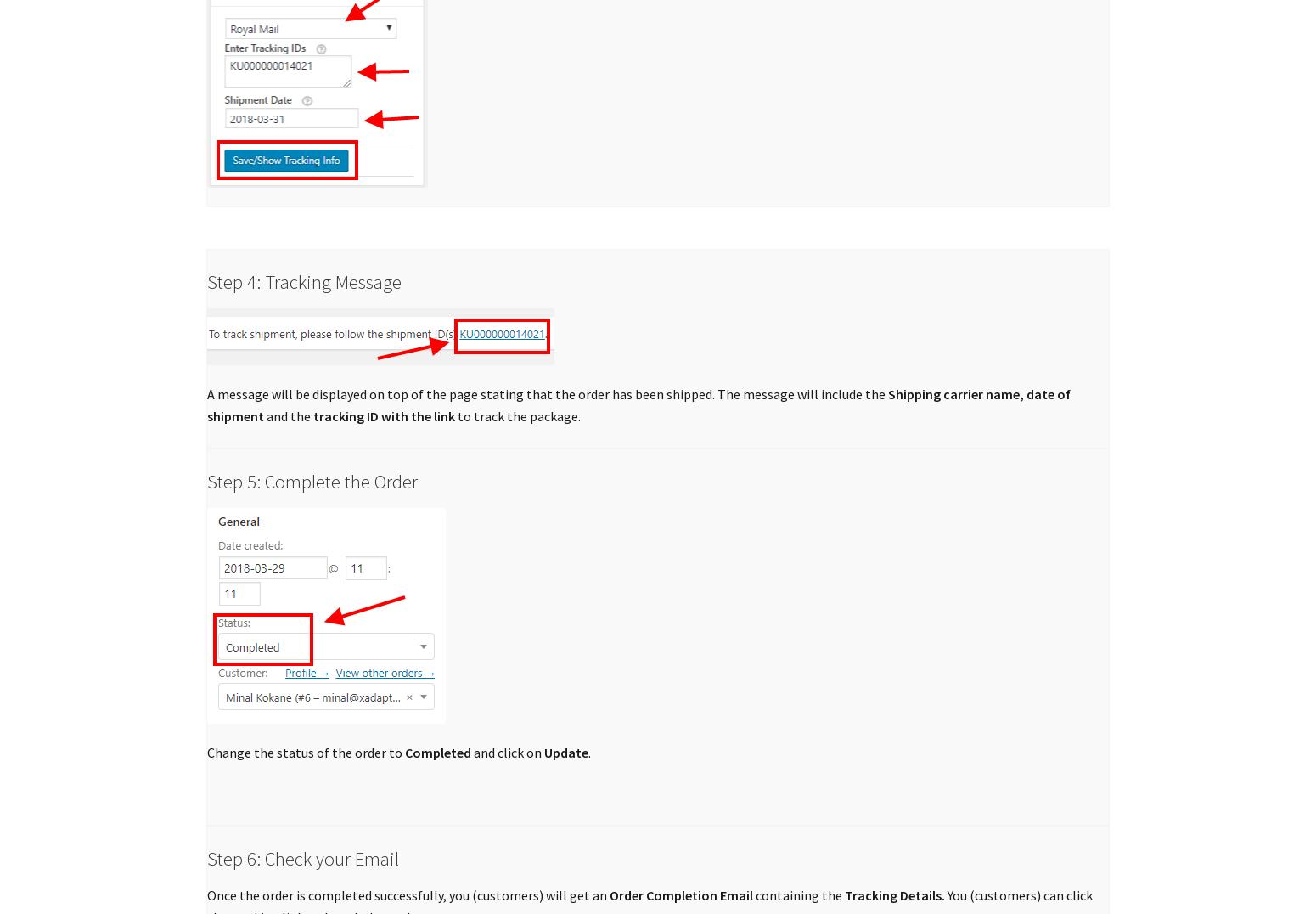 This screenshot has height=914, width=1316. What do you see at coordinates (206, 895) in the screenshot?
I see `'Once the order is completed successfully, you (customers) will get an'` at bounding box center [206, 895].